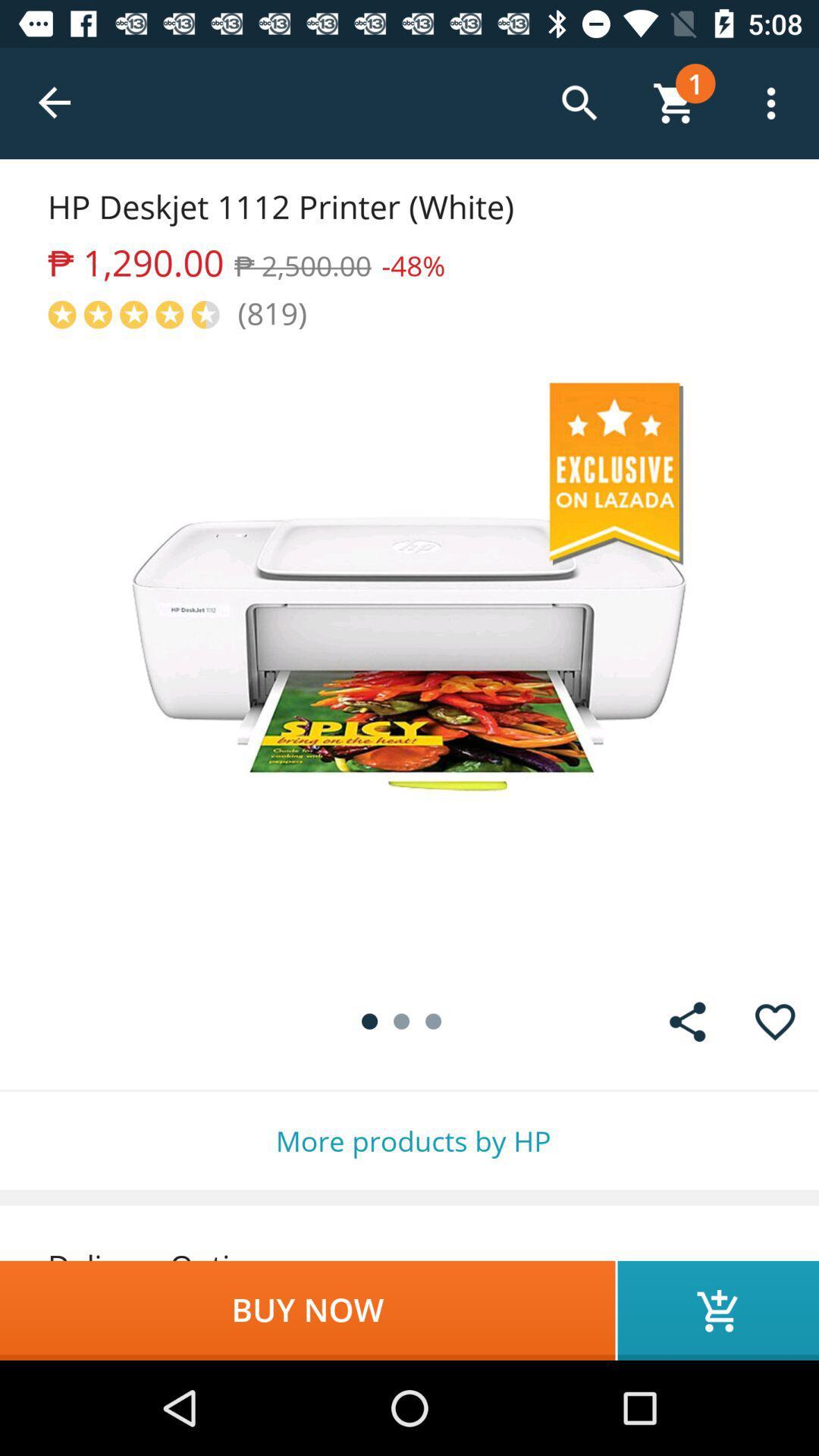 The width and height of the screenshot is (819, 1456). Describe the element at coordinates (409, 655) in the screenshot. I see `the icon below the (819) item` at that location.